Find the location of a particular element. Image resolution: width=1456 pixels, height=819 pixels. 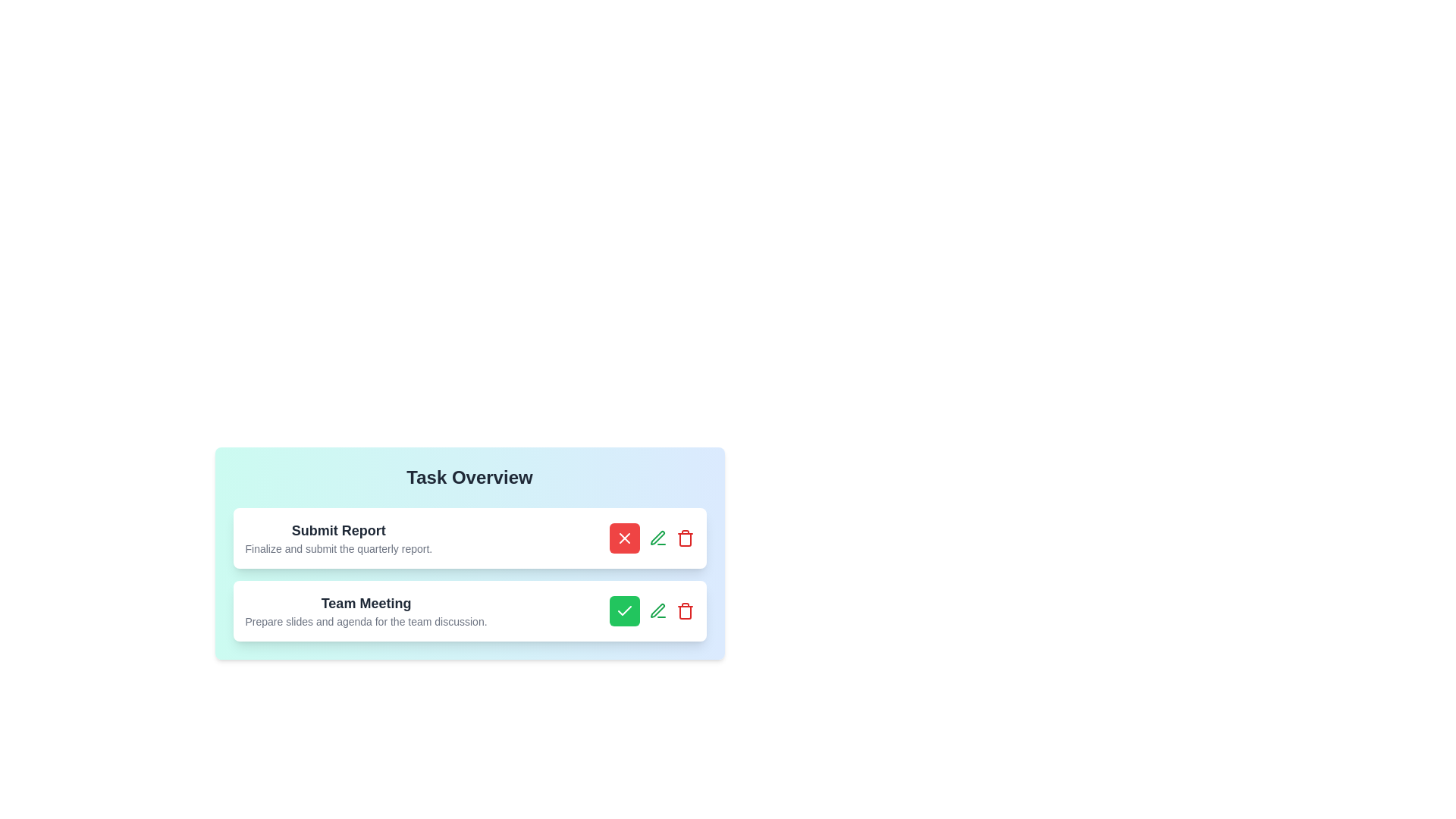

edit button for the task titled 'Team Meeting' is located at coordinates (657, 610).